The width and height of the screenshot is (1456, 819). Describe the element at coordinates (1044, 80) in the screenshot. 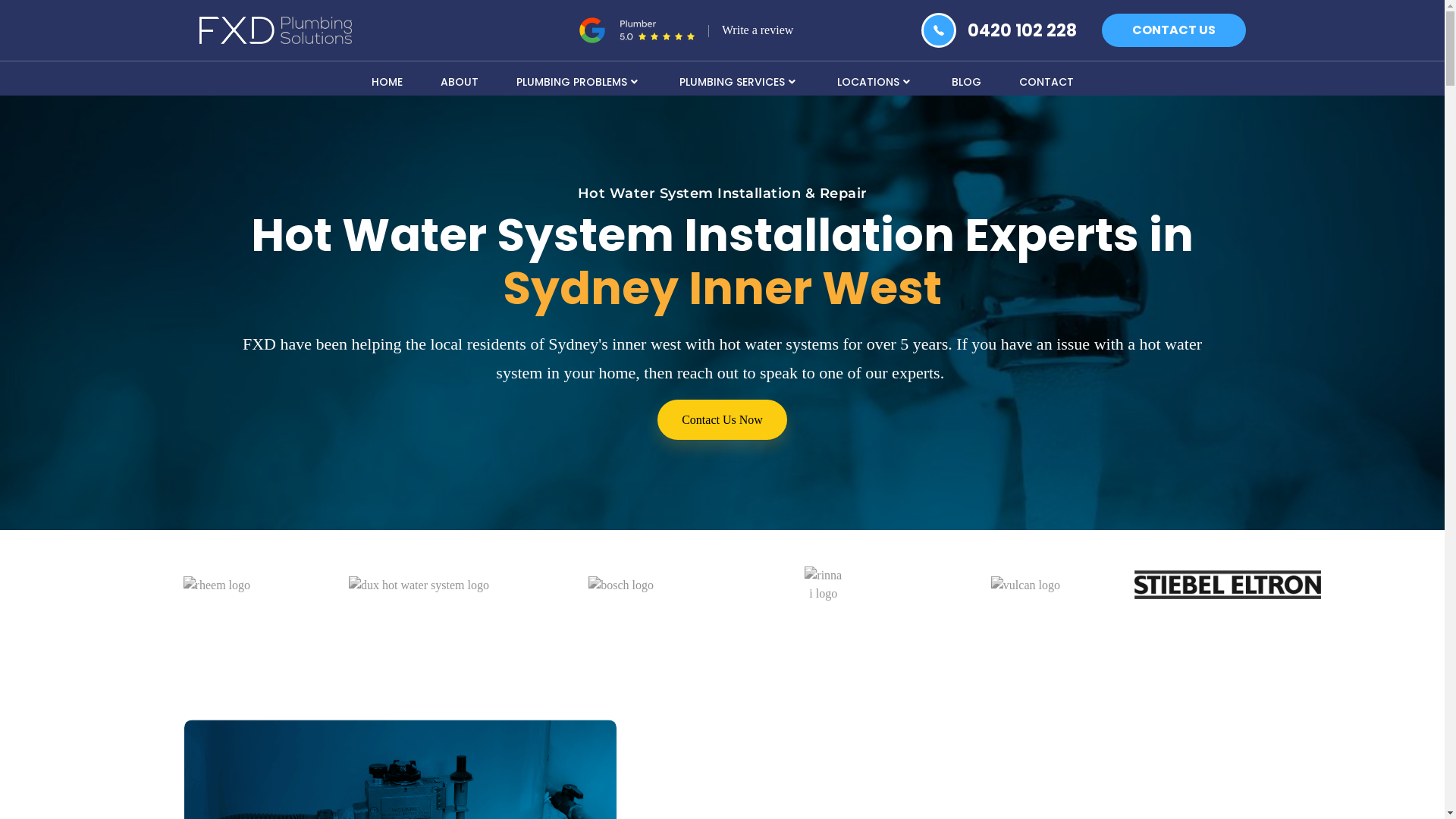

I see `'CONTACT'` at that location.